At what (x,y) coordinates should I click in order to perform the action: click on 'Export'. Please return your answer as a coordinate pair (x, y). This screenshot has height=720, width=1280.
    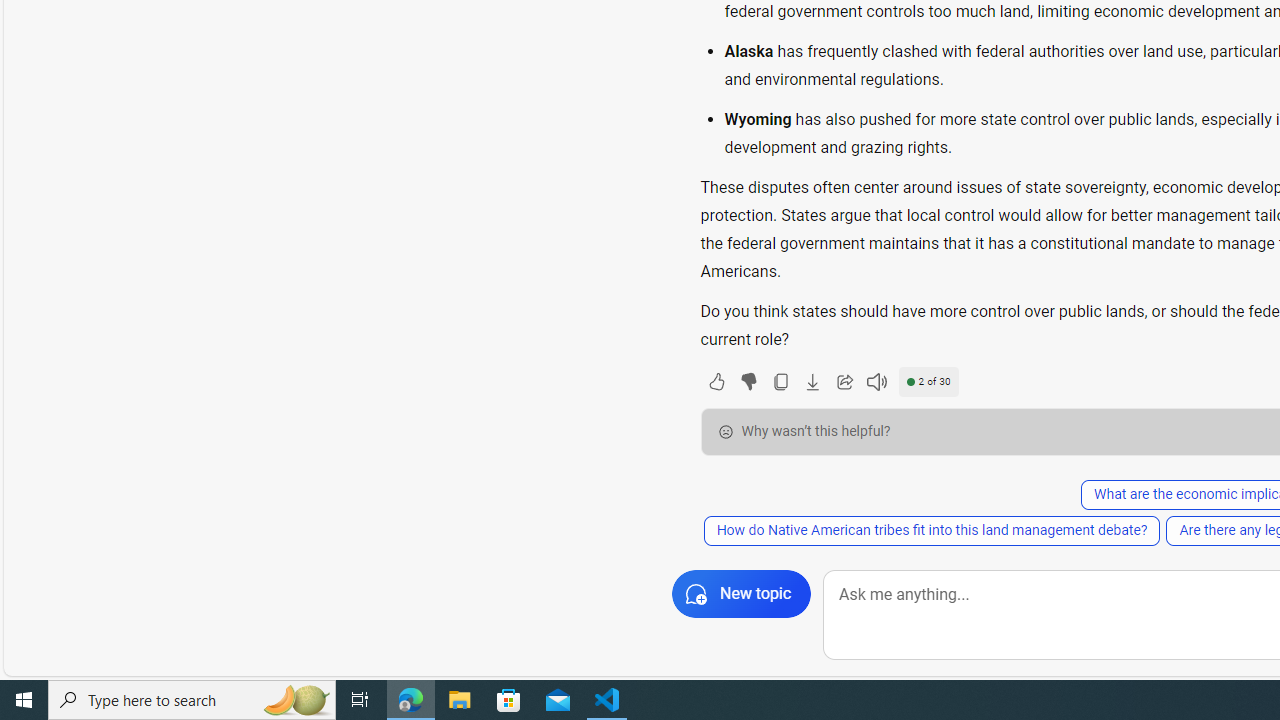
    Looking at the image, I should click on (812, 381).